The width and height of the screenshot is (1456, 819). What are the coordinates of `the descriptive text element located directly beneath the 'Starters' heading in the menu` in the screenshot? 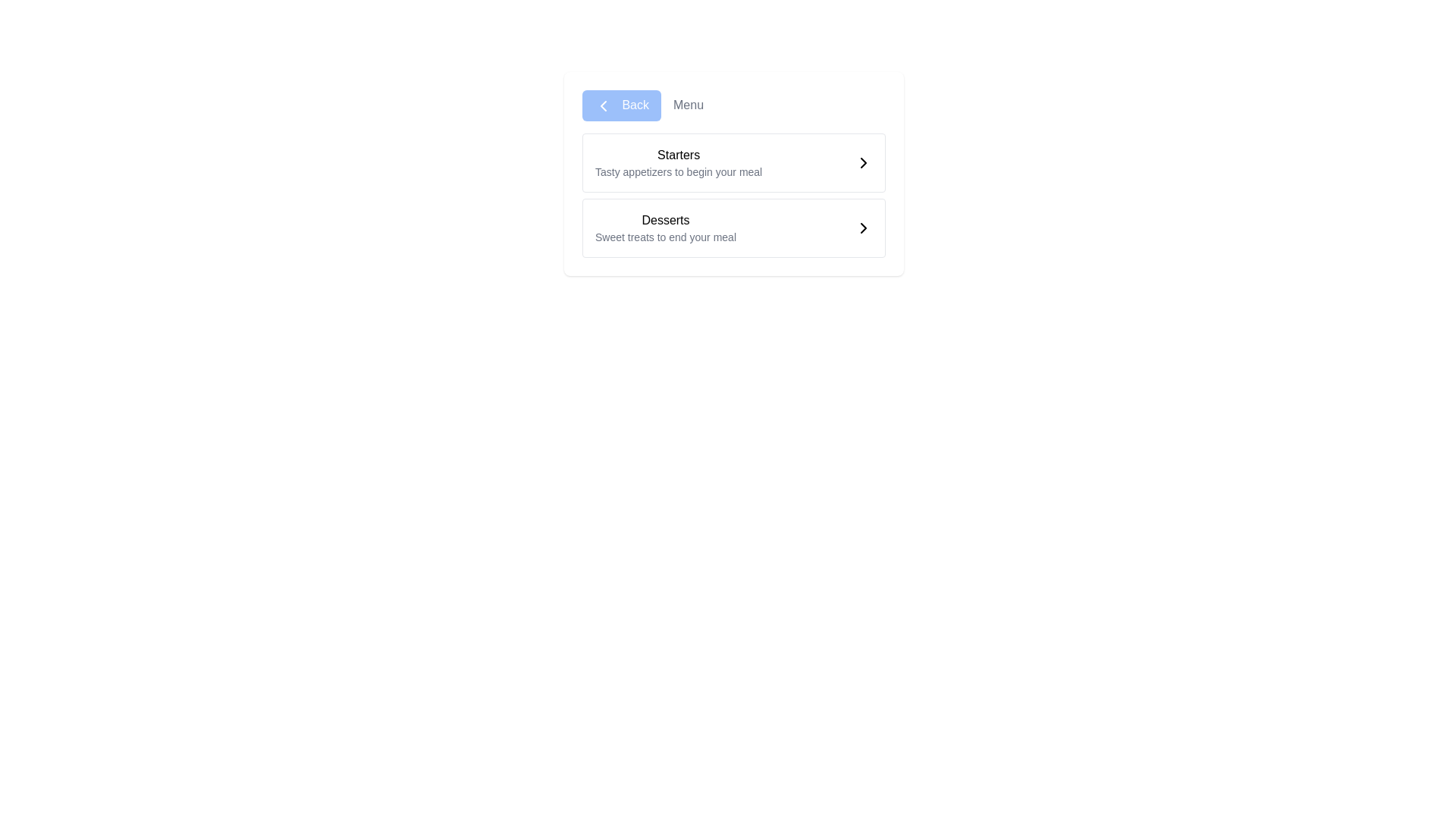 It's located at (678, 171).